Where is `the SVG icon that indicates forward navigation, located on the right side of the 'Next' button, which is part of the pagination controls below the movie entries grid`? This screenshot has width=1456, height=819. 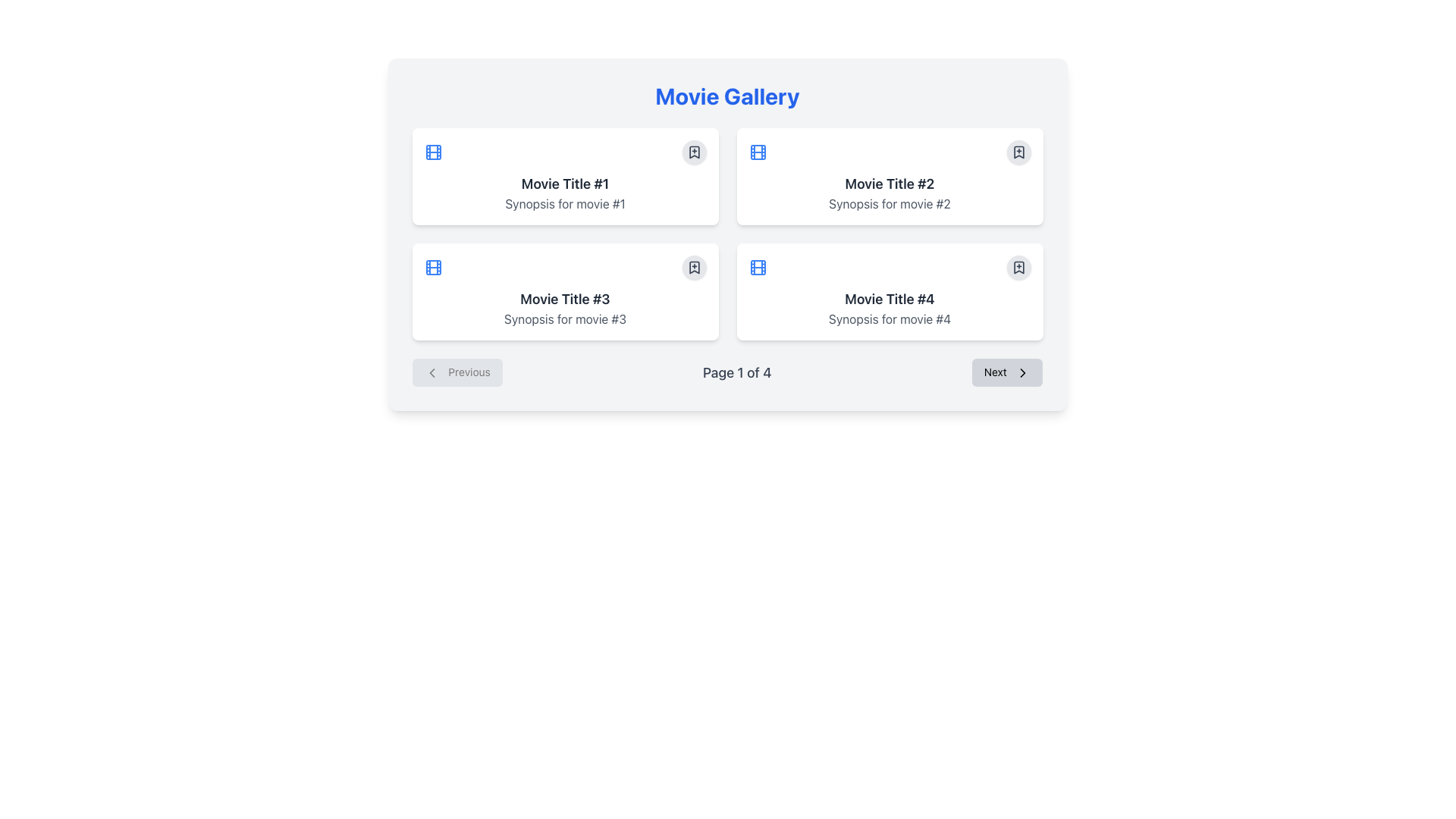
the SVG icon that indicates forward navigation, located on the right side of the 'Next' button, which is part of the pagination controls below the movie entries grid is located at coordinates (1023, 373).